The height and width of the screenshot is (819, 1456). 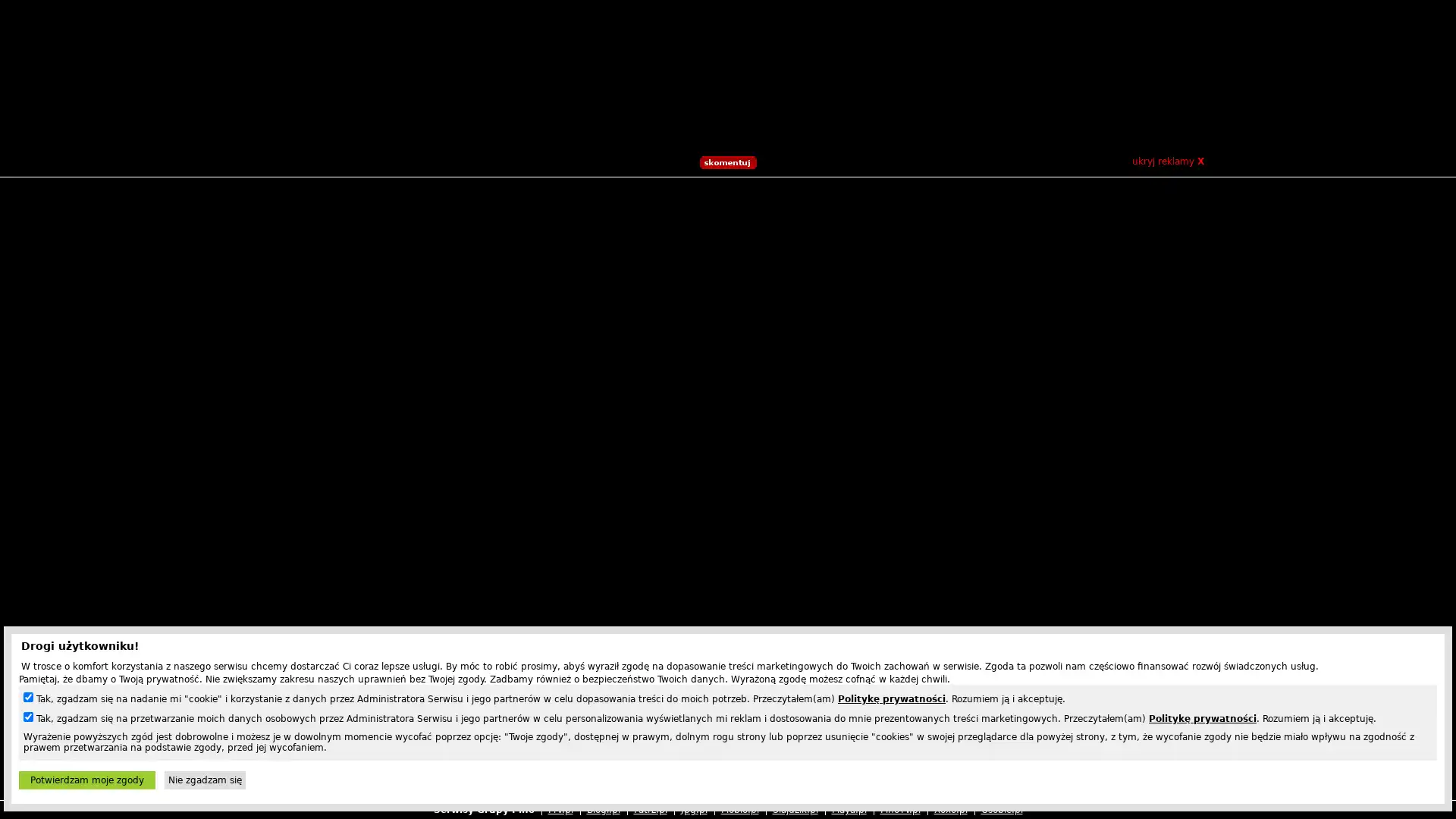 I want to click on Nie zgadzam sie, so click(x=204, y=780).